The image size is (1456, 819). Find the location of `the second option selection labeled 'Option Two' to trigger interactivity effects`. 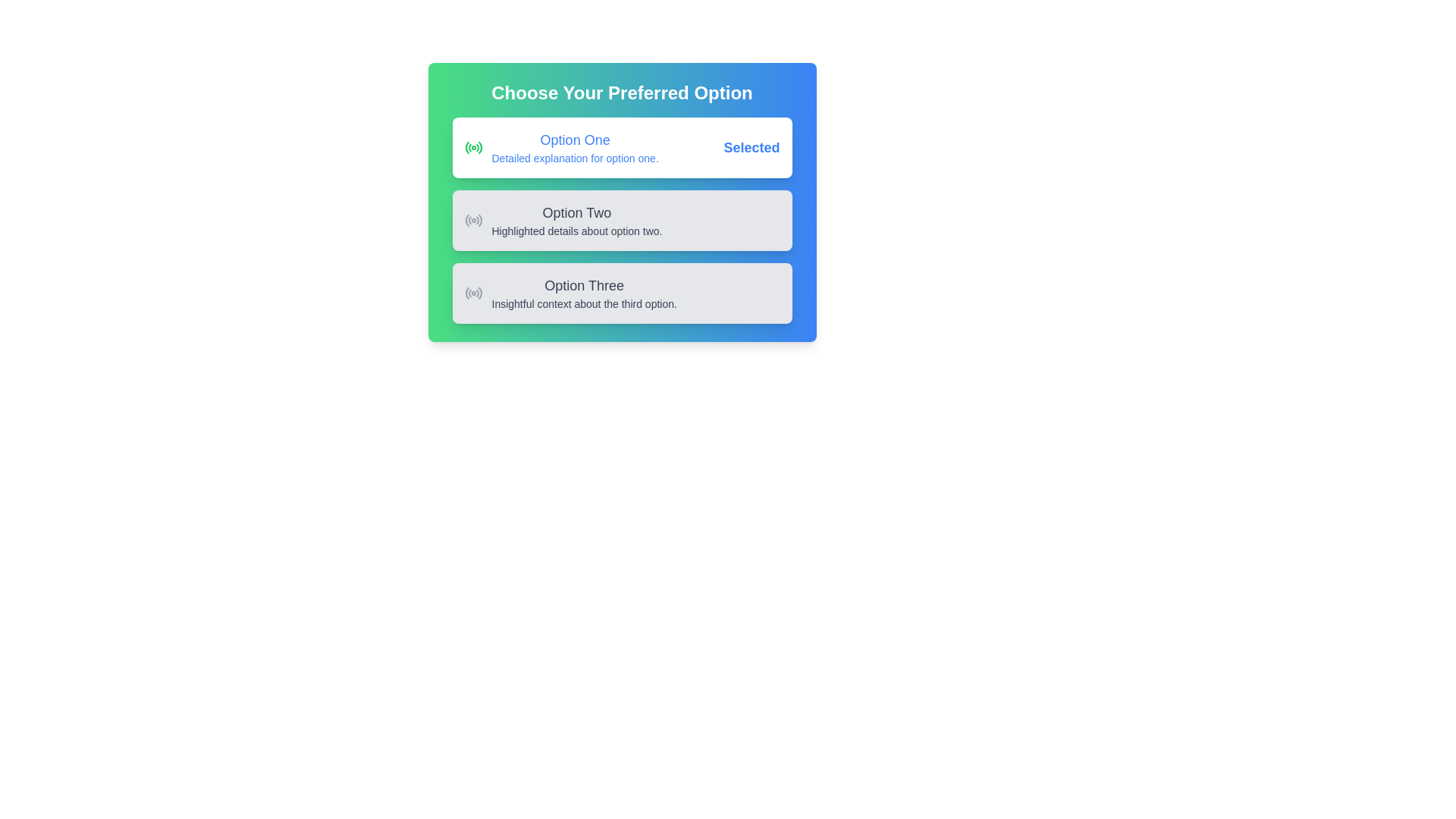

the second option selection labeled 'Option Two' to trigger interactivity effects is located at coordinates (622, 201).